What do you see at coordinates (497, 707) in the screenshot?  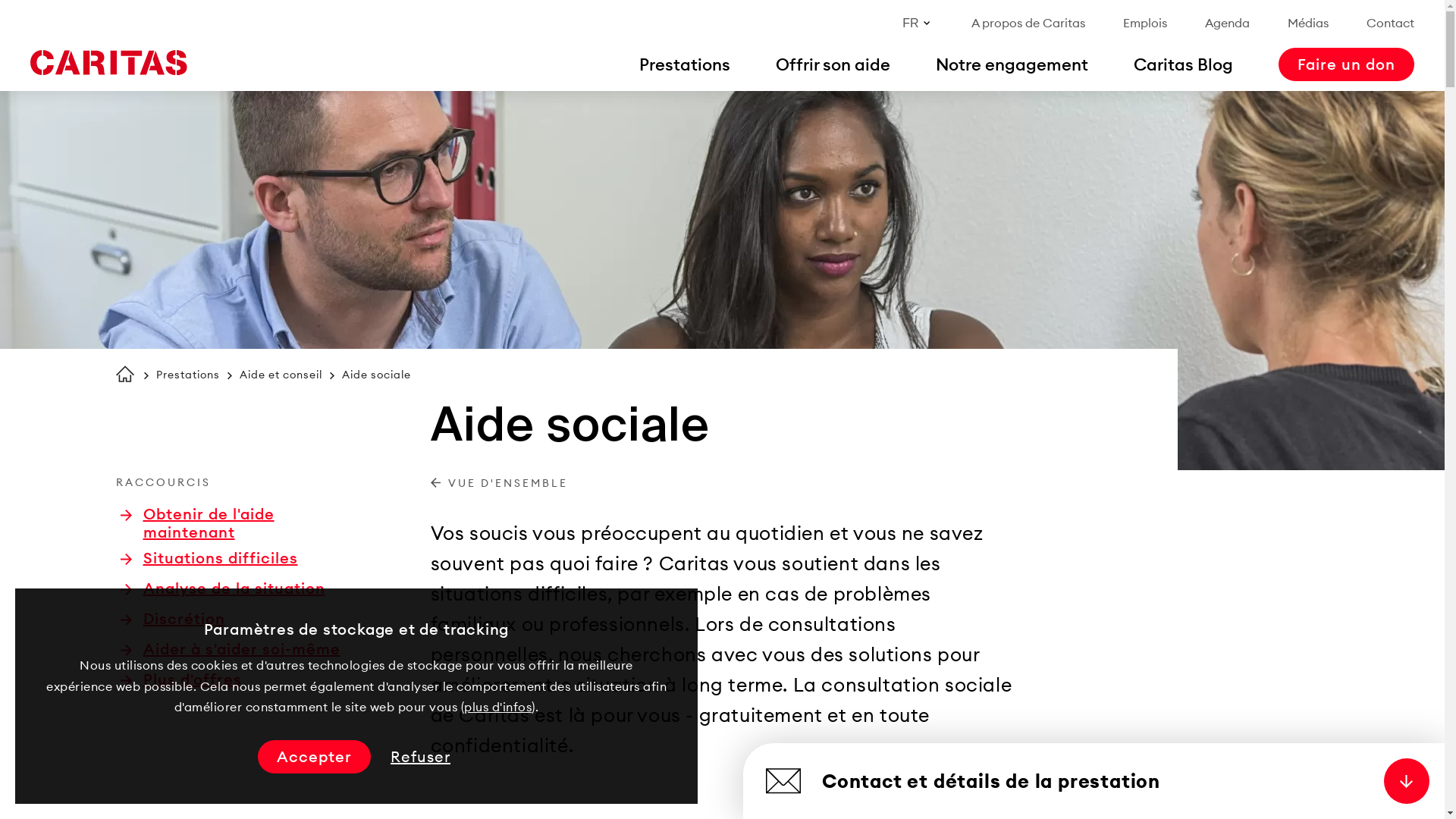 I see `'plus d'infos'` at bounding box center [497, 707].